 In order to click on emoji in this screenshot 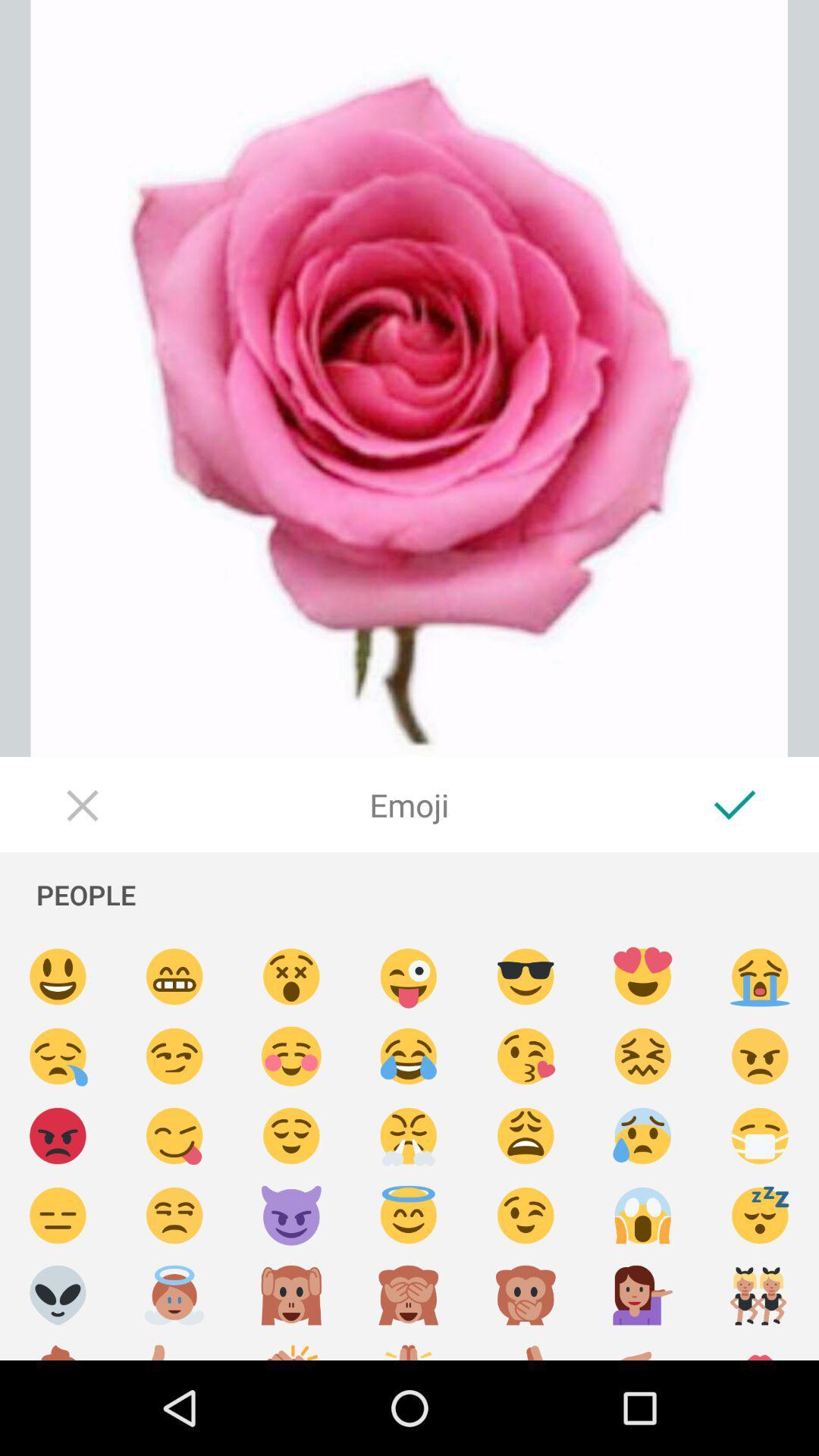, I will do `click(760, 1216)`.